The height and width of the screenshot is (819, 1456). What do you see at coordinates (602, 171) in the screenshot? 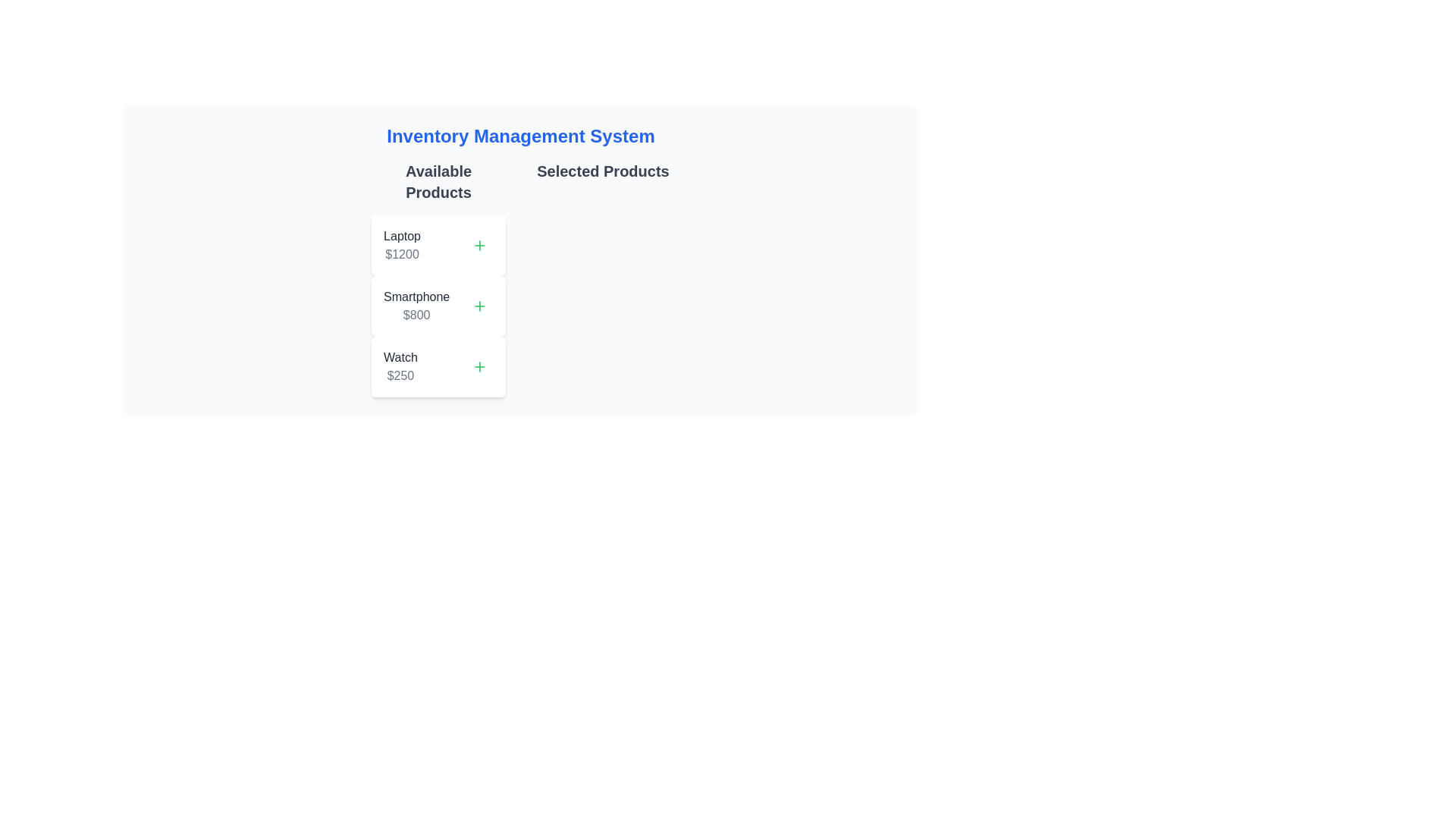
I see `the text label displaying 'Selected Products', which is bold, large, and dark gray, positioned near the top-right side of the visible section below the header 'Inventory Management System'` at bounding box center [602, 171].